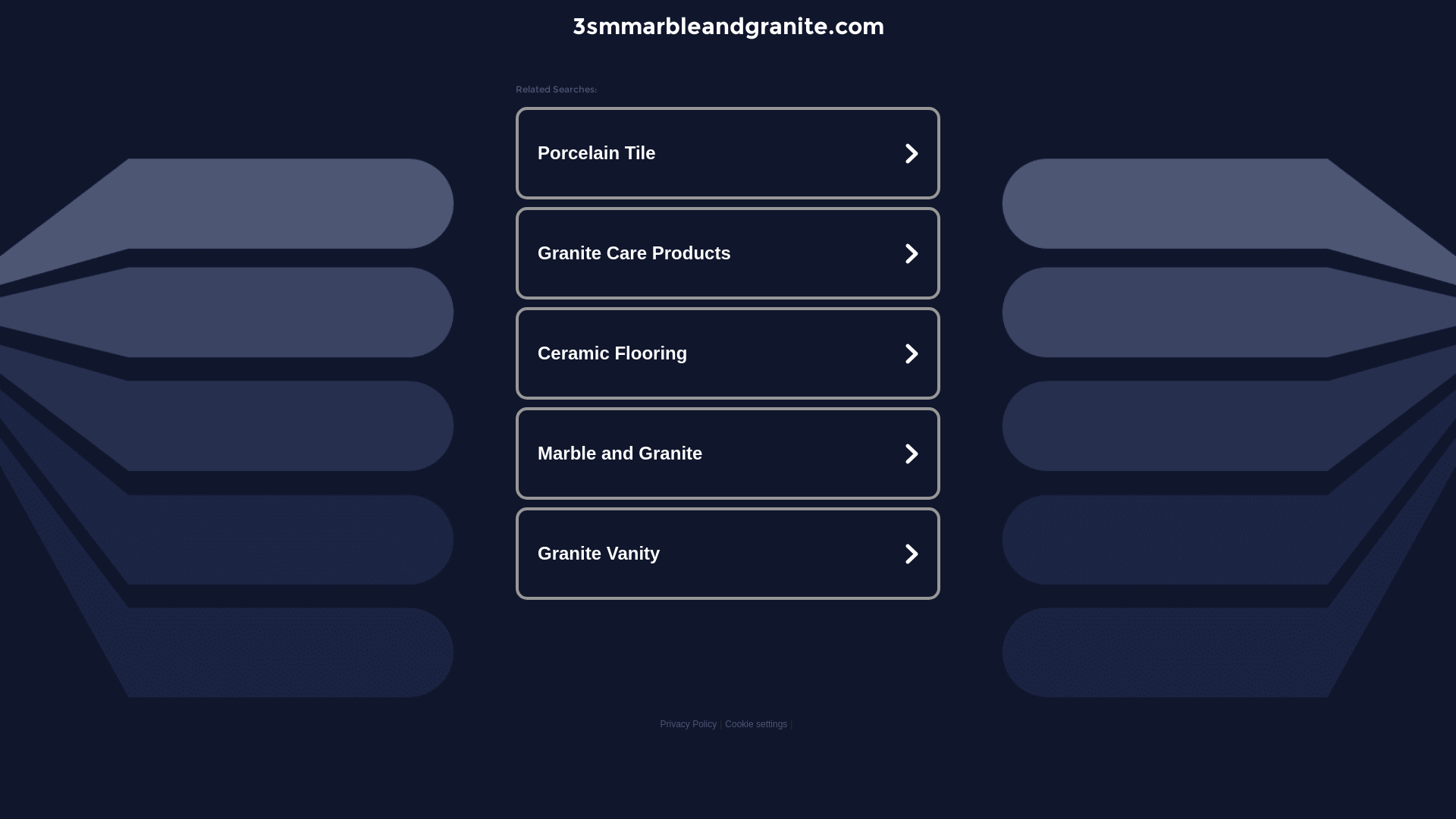 The height and width of the screenshot is (819, 1456). What do you see at coordinates (726, 26) in the screenshot?
I see `'3smmarbleandgranite.com'` at bounding box center [726, 26].